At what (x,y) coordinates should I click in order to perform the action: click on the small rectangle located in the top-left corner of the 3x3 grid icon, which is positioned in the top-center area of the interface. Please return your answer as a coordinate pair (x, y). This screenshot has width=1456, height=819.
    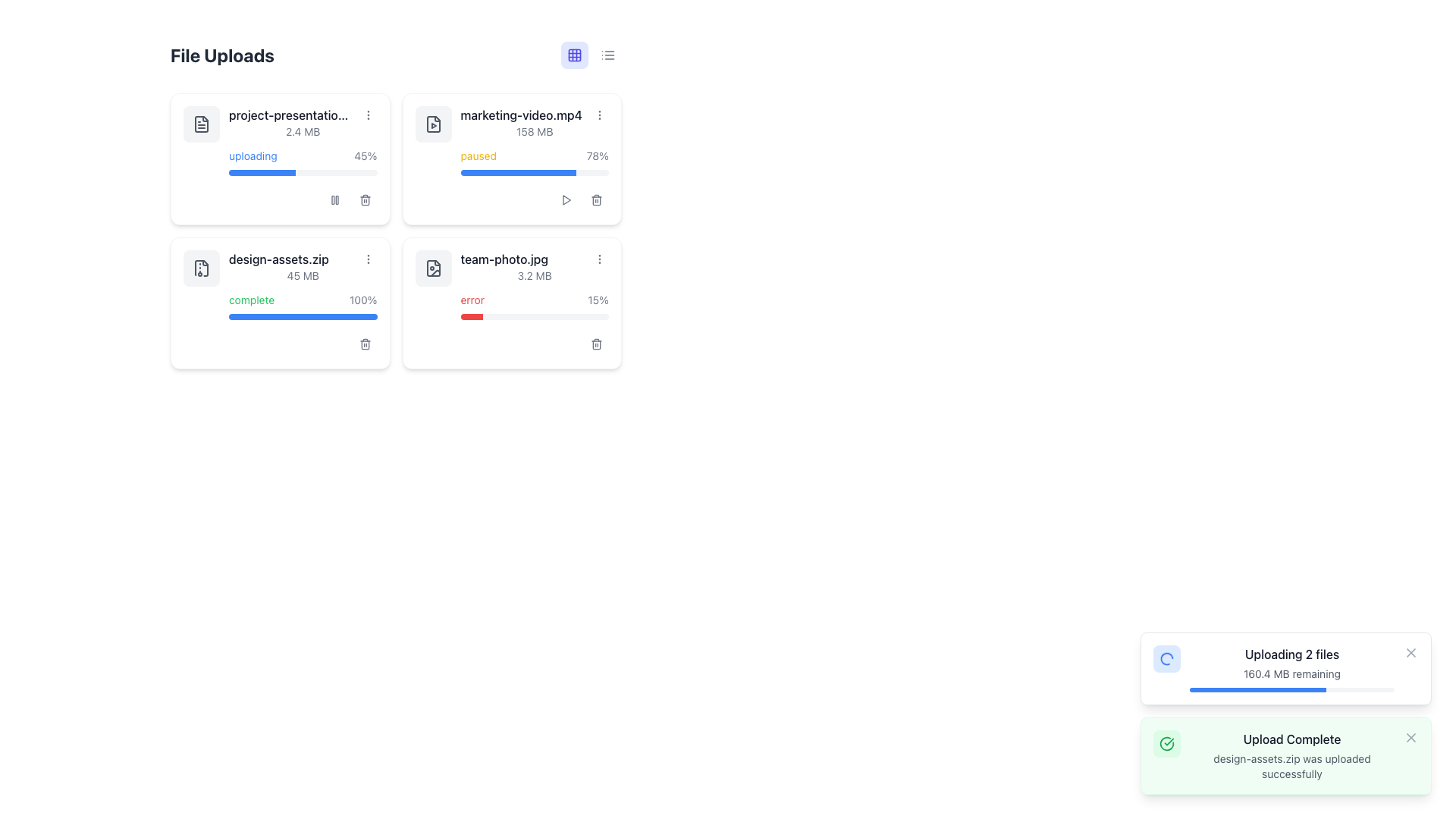
    Looking at the image, I should click on (574, 55).